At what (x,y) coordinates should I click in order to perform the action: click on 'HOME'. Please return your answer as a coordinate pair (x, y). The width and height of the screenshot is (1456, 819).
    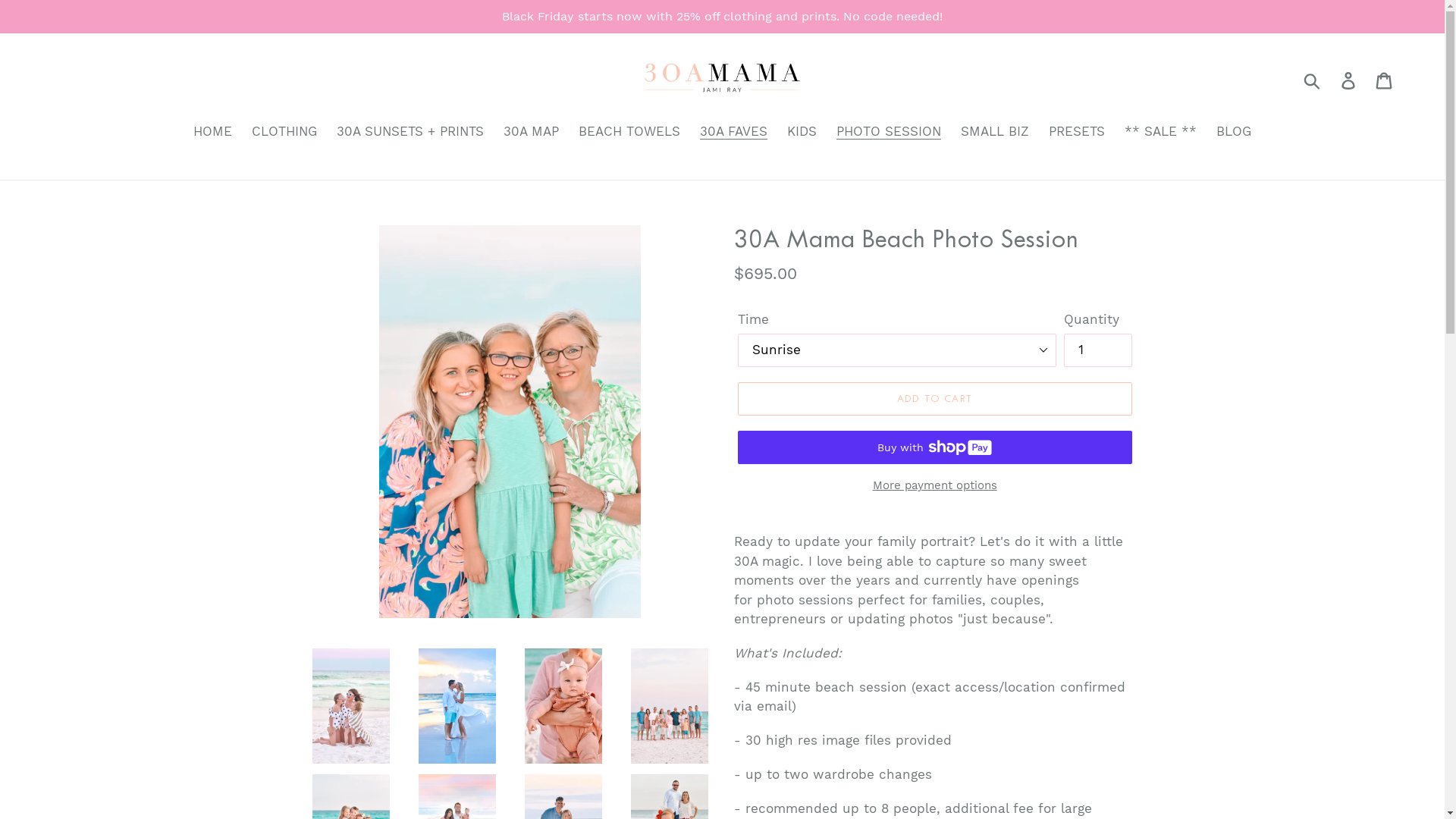
    Looking at the image, I should click on (212, 132).